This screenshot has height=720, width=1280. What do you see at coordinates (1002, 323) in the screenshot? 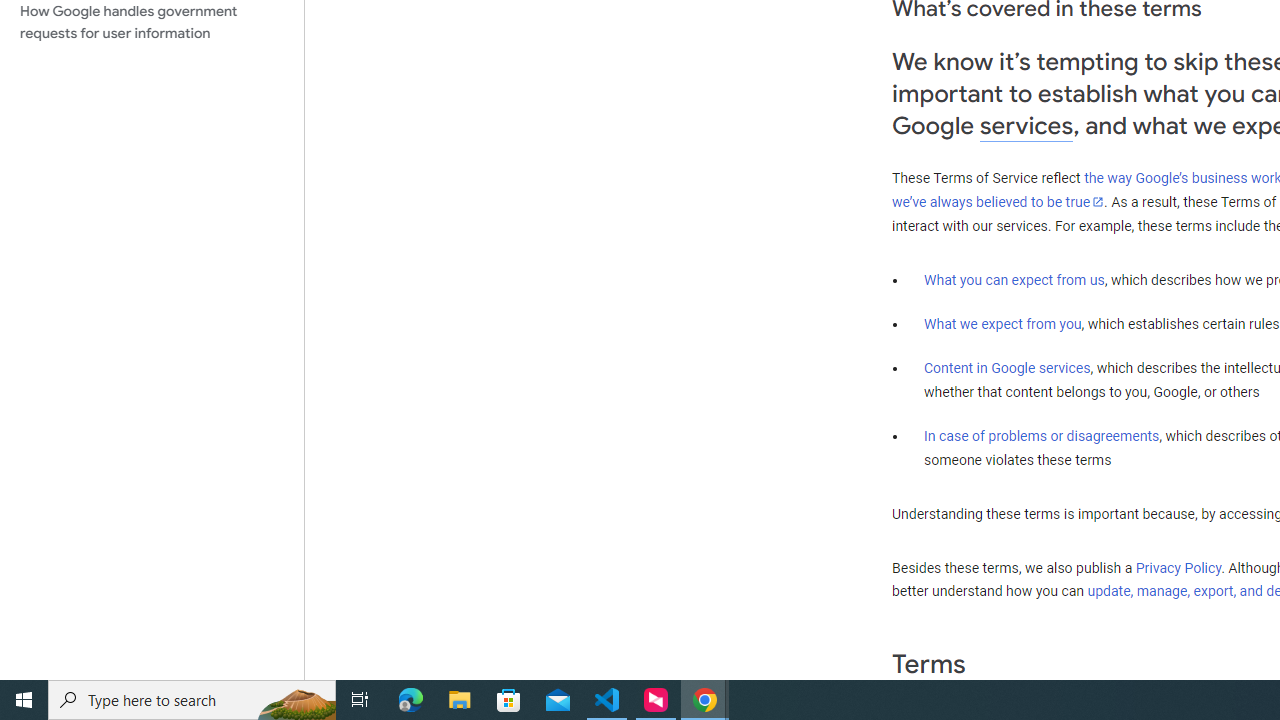
I see `'What we expect from you'` at bounding box center [1002, 323].